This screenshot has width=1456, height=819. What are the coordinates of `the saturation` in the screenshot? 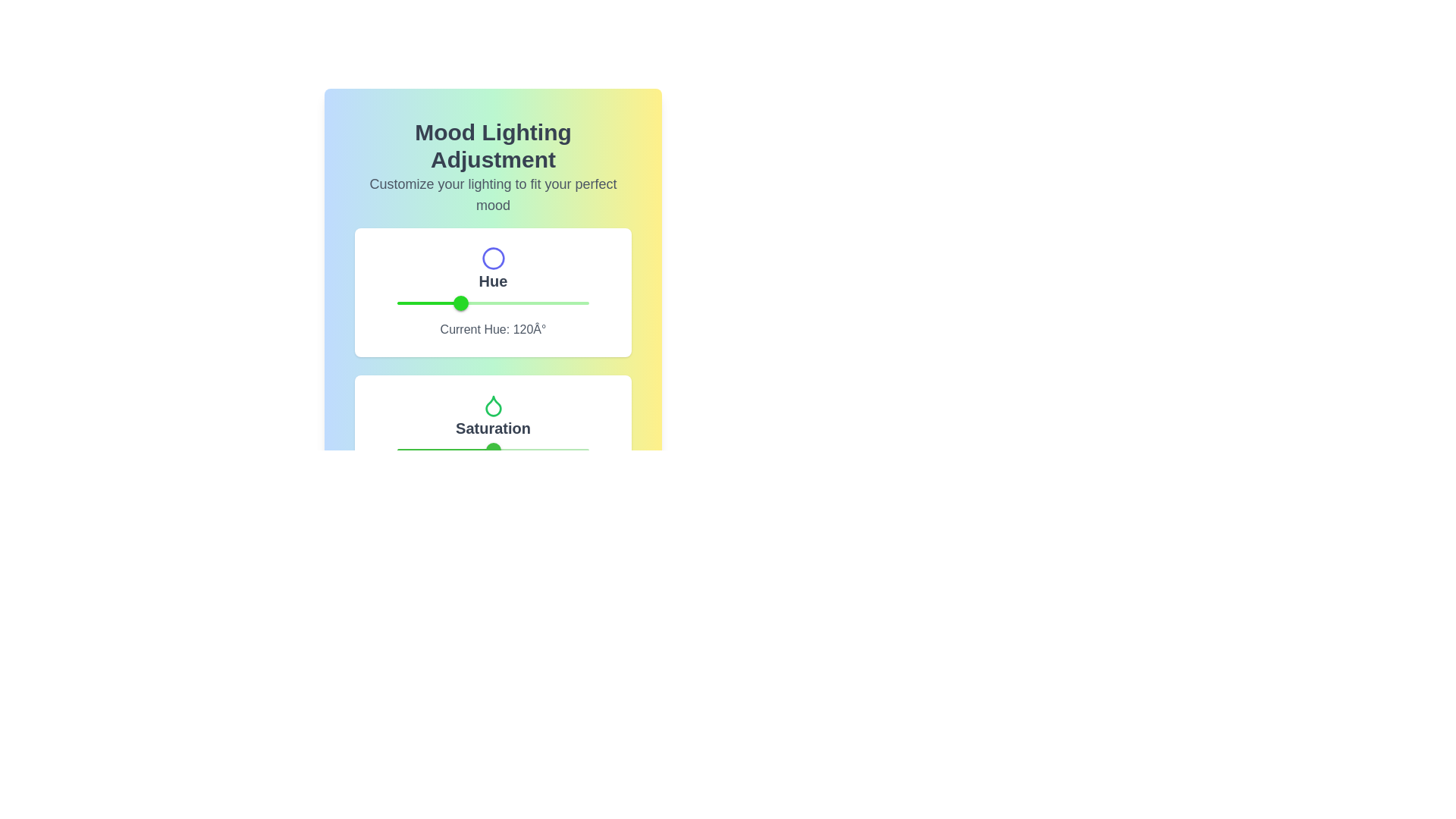 It's located at (477, 450).